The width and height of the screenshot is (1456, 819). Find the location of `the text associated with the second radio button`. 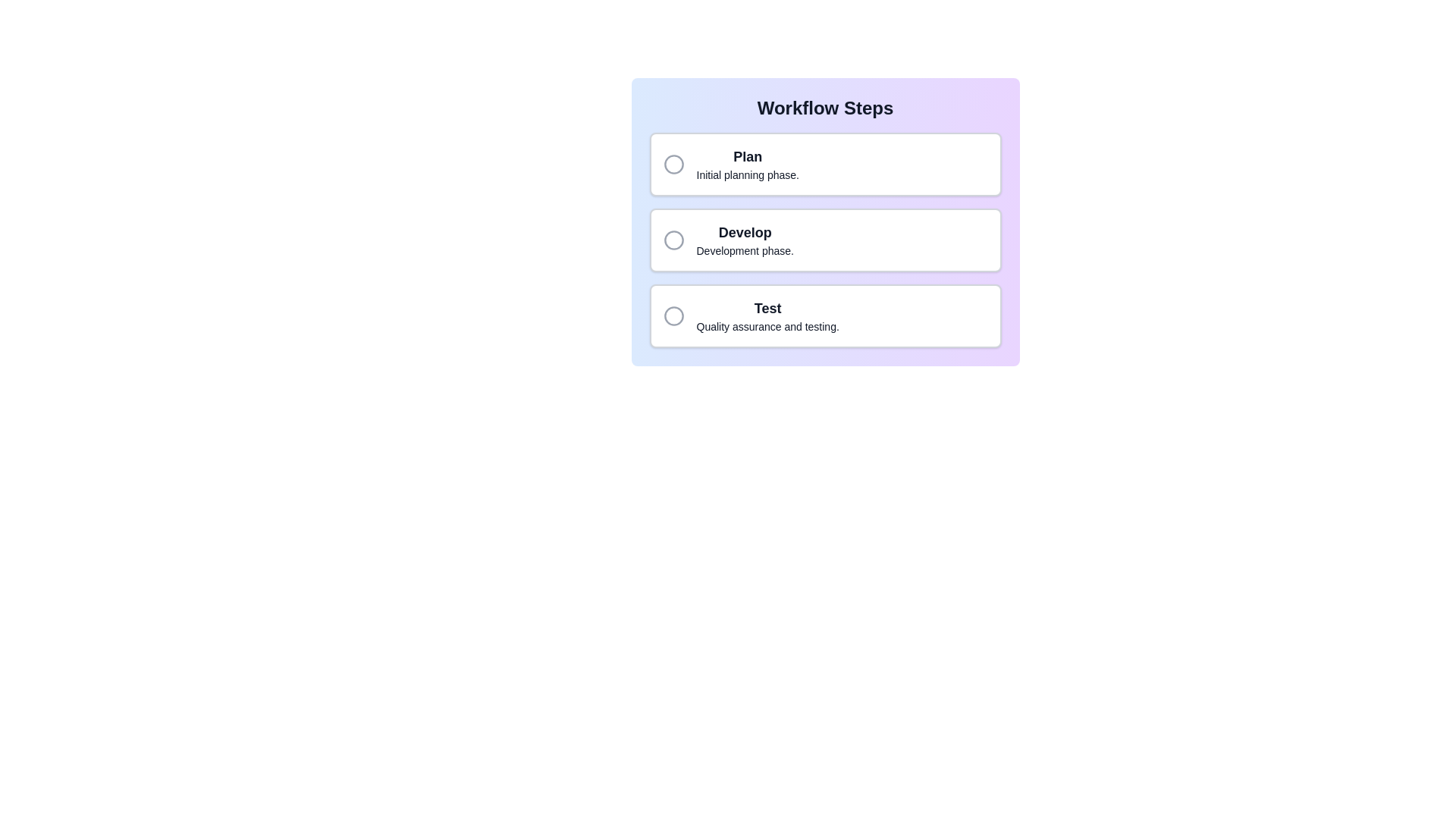

the text associated with the second radio button is located at coordinates (745, 239).